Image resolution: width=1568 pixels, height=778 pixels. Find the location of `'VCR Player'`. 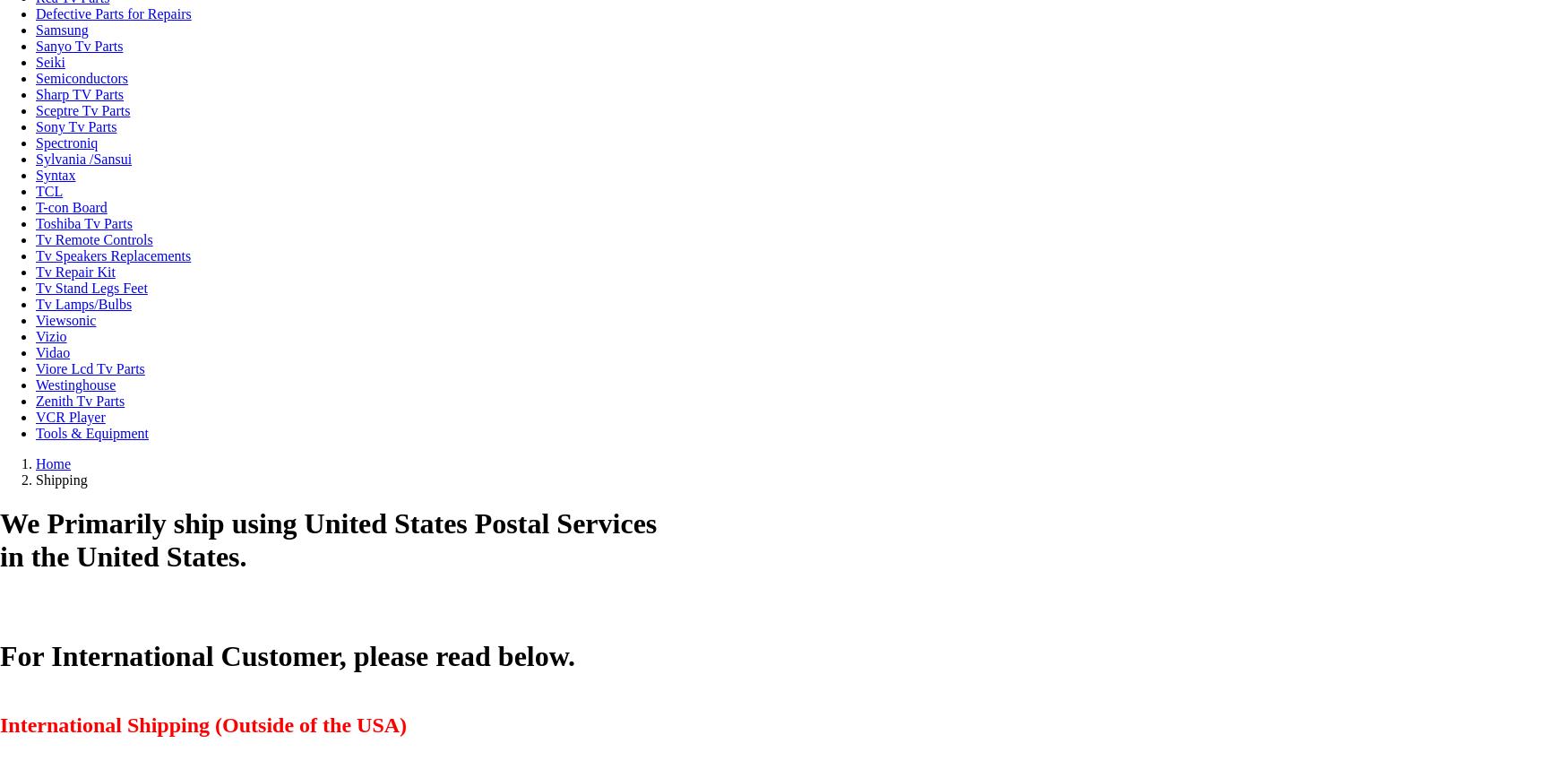

'VCR Player' is located at coordinates (70, 417).